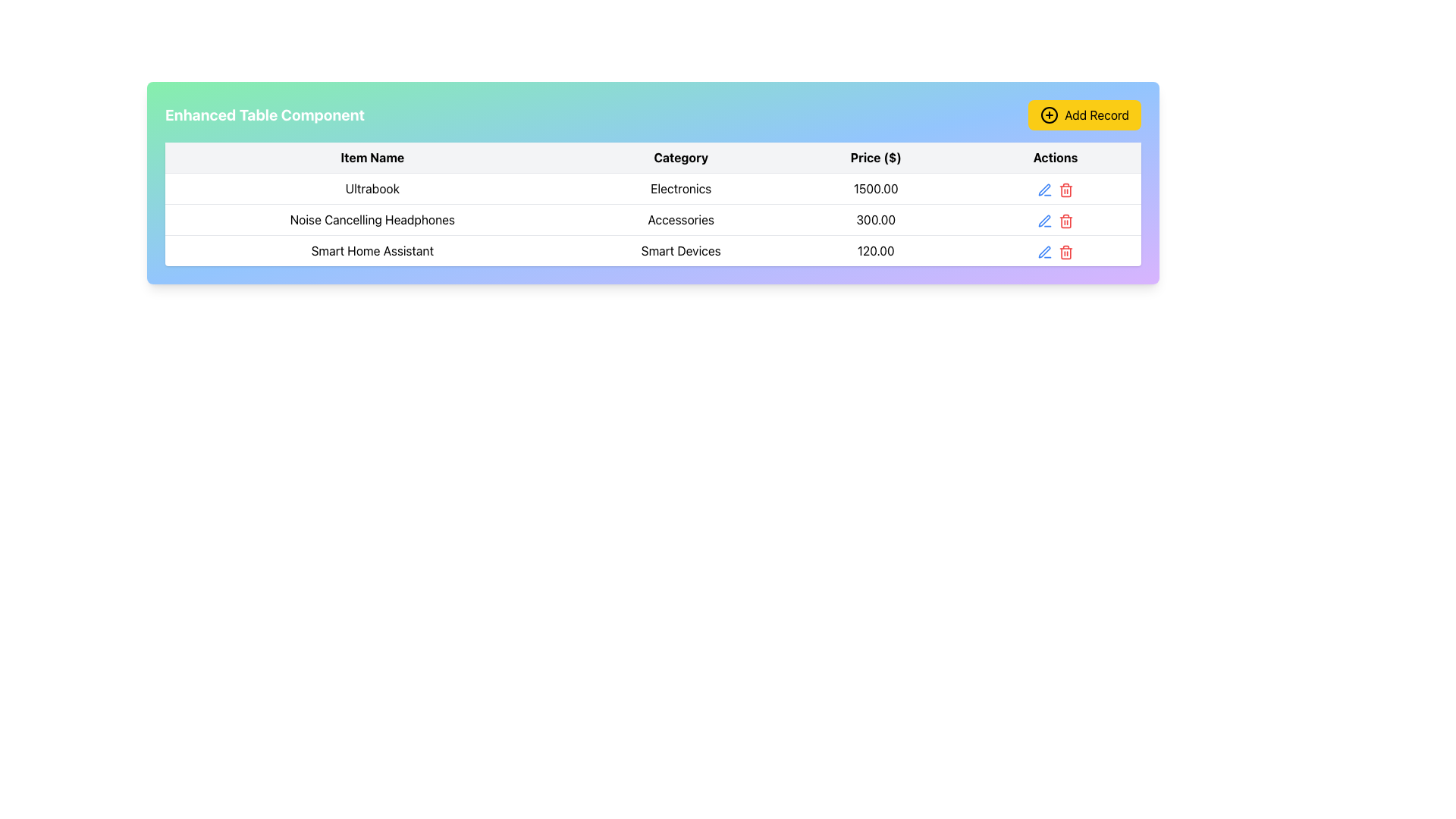 The image size is (1456, 819). Describe the element at coordinates (1049, 114) in the screenshot. I see `the decorative icon representing the action to add a new record, located to the left of the 'Add Record' button in the top right corner of the interface` at that location.